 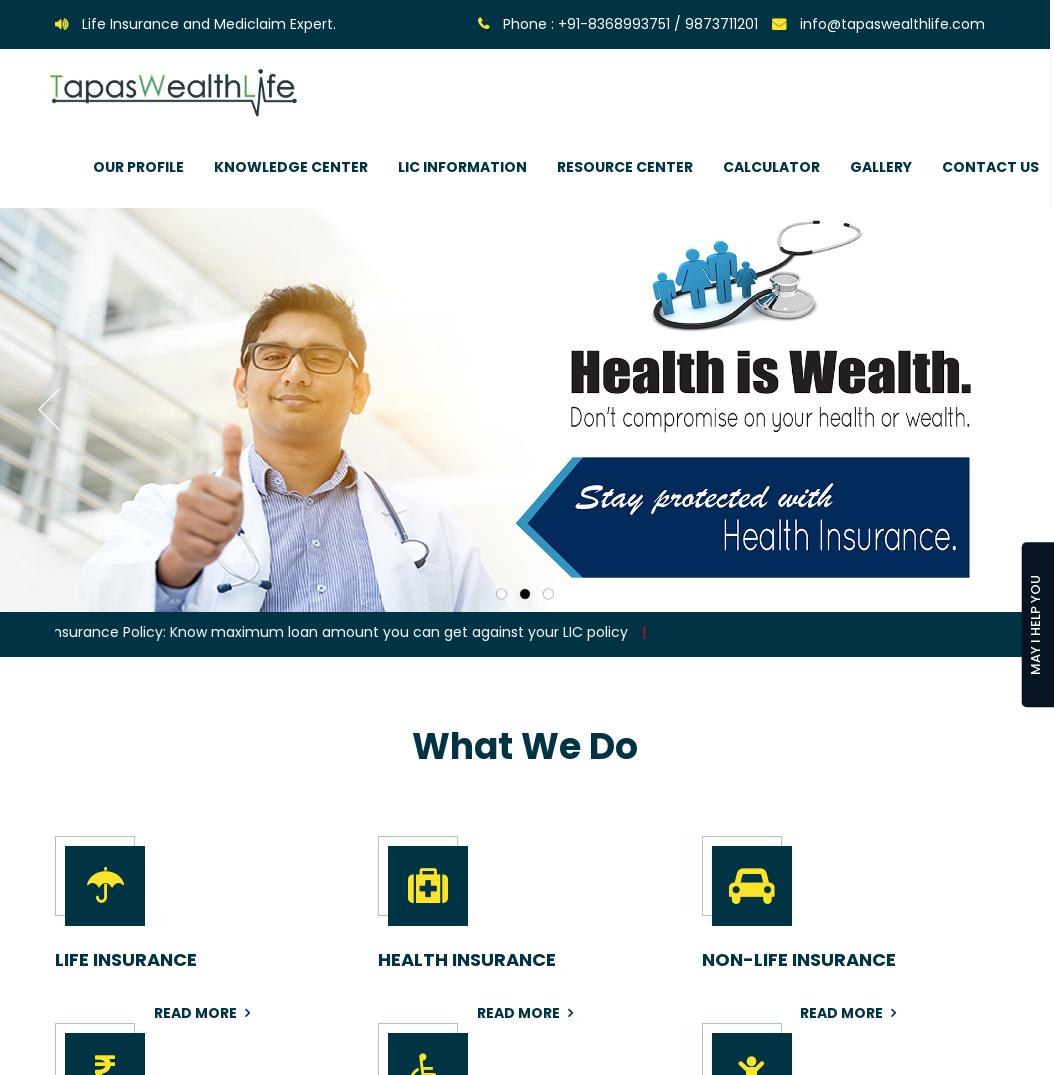 What do you see at coordinates (292, 231) in the screenshot?
I see `'Why Life Insurance'` at bounding box center [292, 231].